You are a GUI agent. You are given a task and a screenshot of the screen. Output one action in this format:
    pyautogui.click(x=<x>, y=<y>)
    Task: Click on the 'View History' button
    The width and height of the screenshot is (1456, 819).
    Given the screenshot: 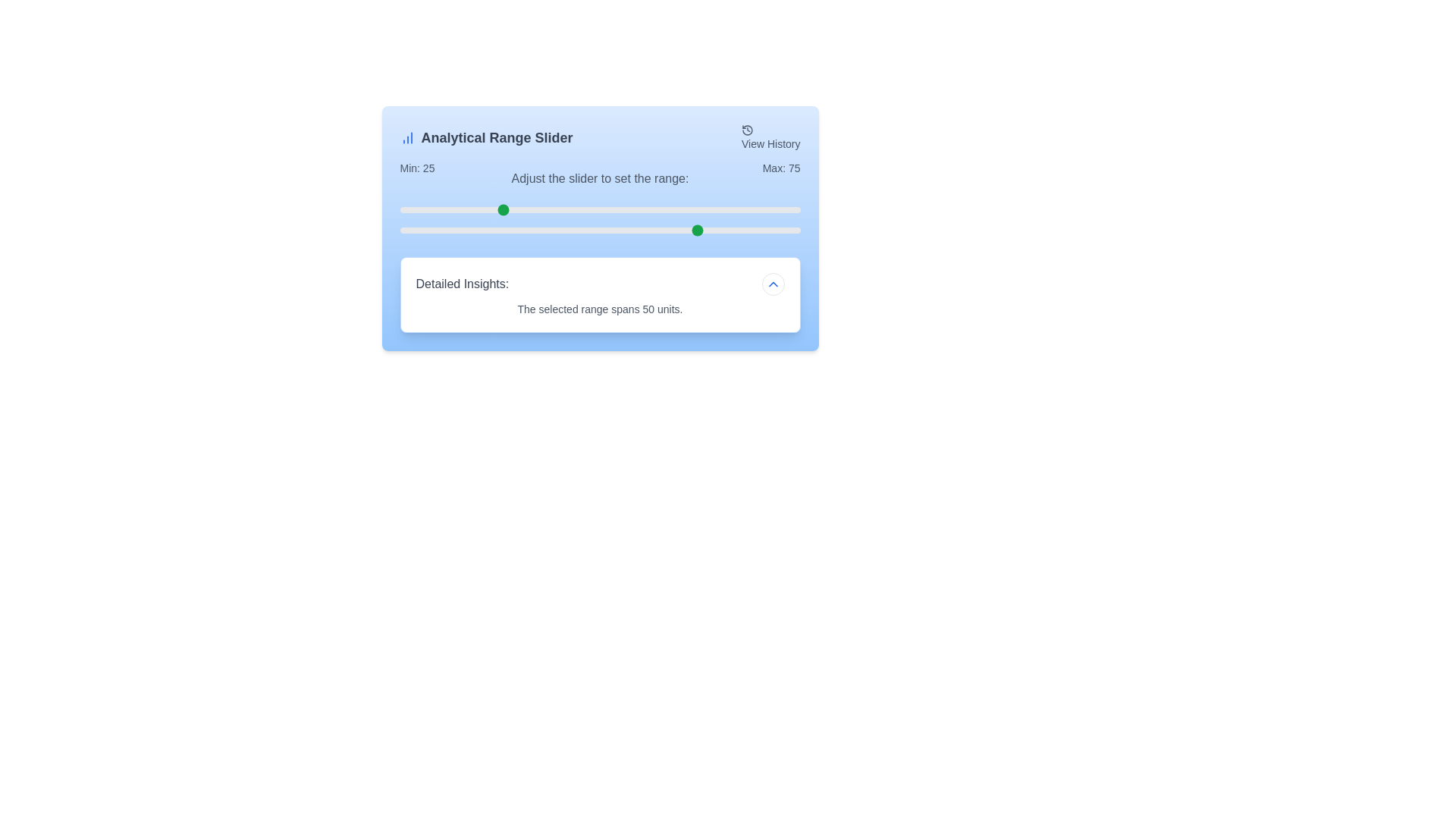 What is the action you would take?
    pyautogui.click(x=770, y=137)
    